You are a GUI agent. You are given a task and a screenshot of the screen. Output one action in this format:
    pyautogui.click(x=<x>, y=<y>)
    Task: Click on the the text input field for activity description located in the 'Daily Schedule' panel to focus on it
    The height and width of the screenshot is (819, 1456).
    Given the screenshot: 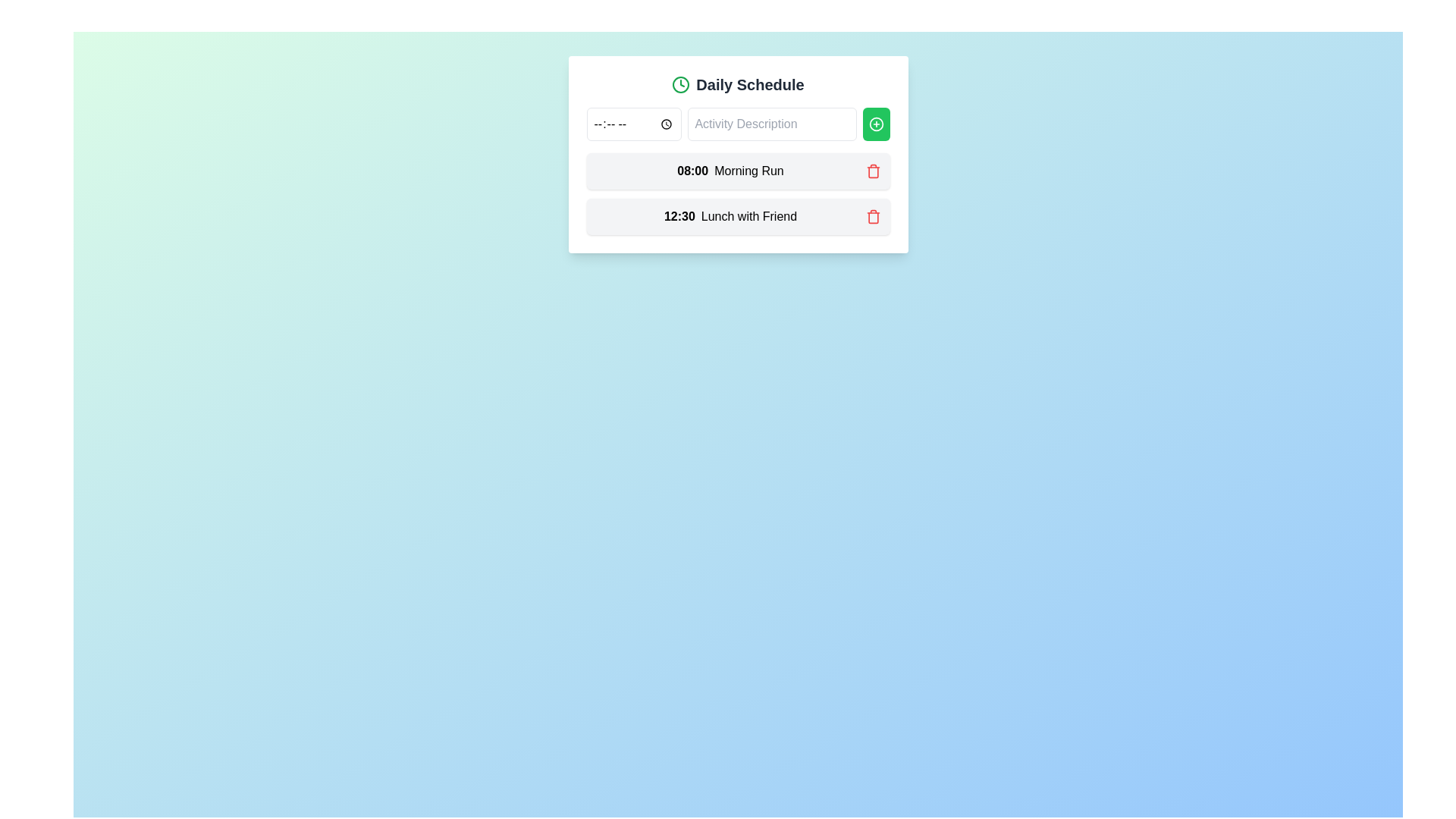 What is the action you would take?
    pyautogui.click(x=772, y=124)
    